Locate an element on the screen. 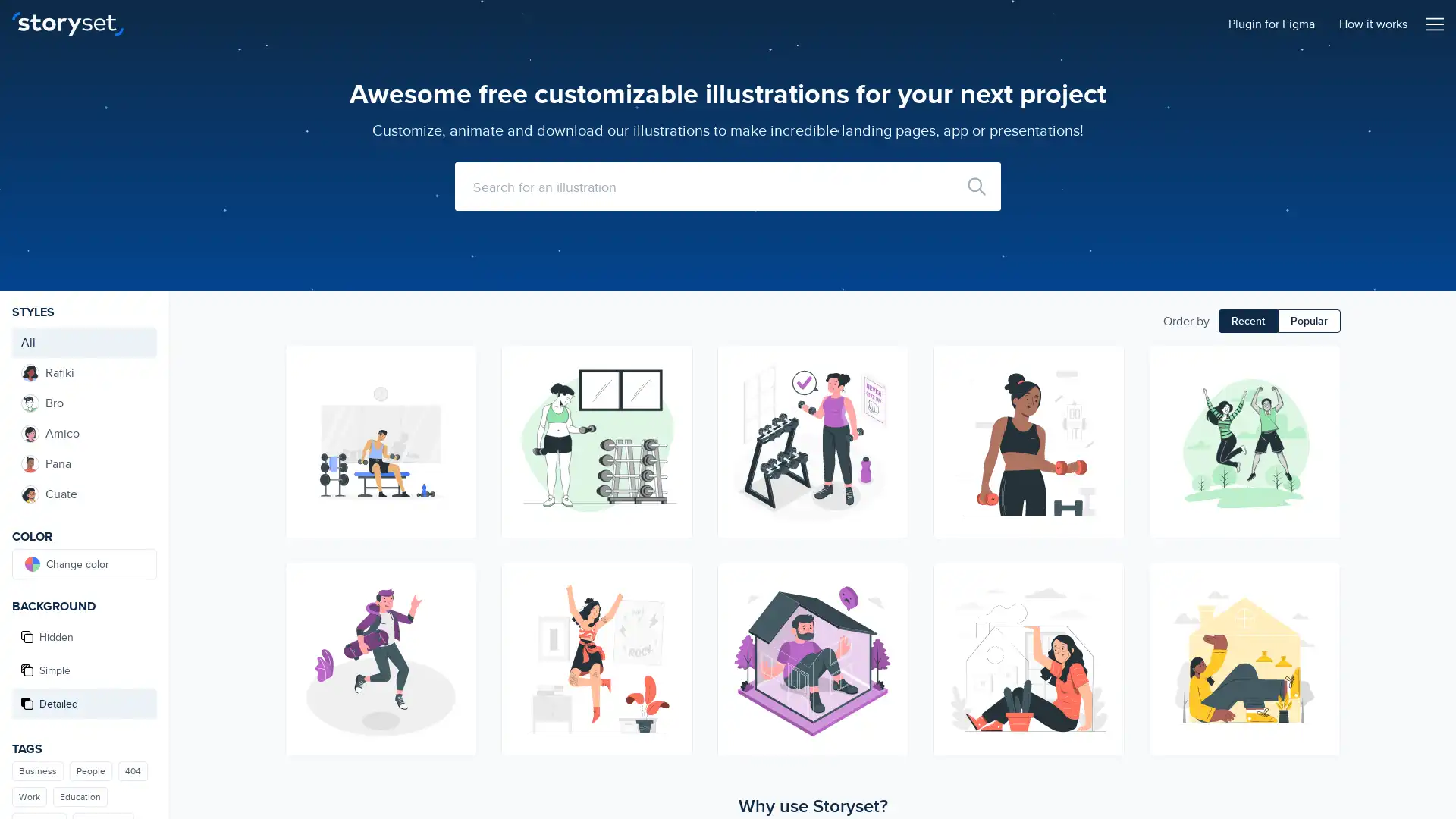 The image size is (1456, 819). download icon Download is located at coordinates (457, 607).